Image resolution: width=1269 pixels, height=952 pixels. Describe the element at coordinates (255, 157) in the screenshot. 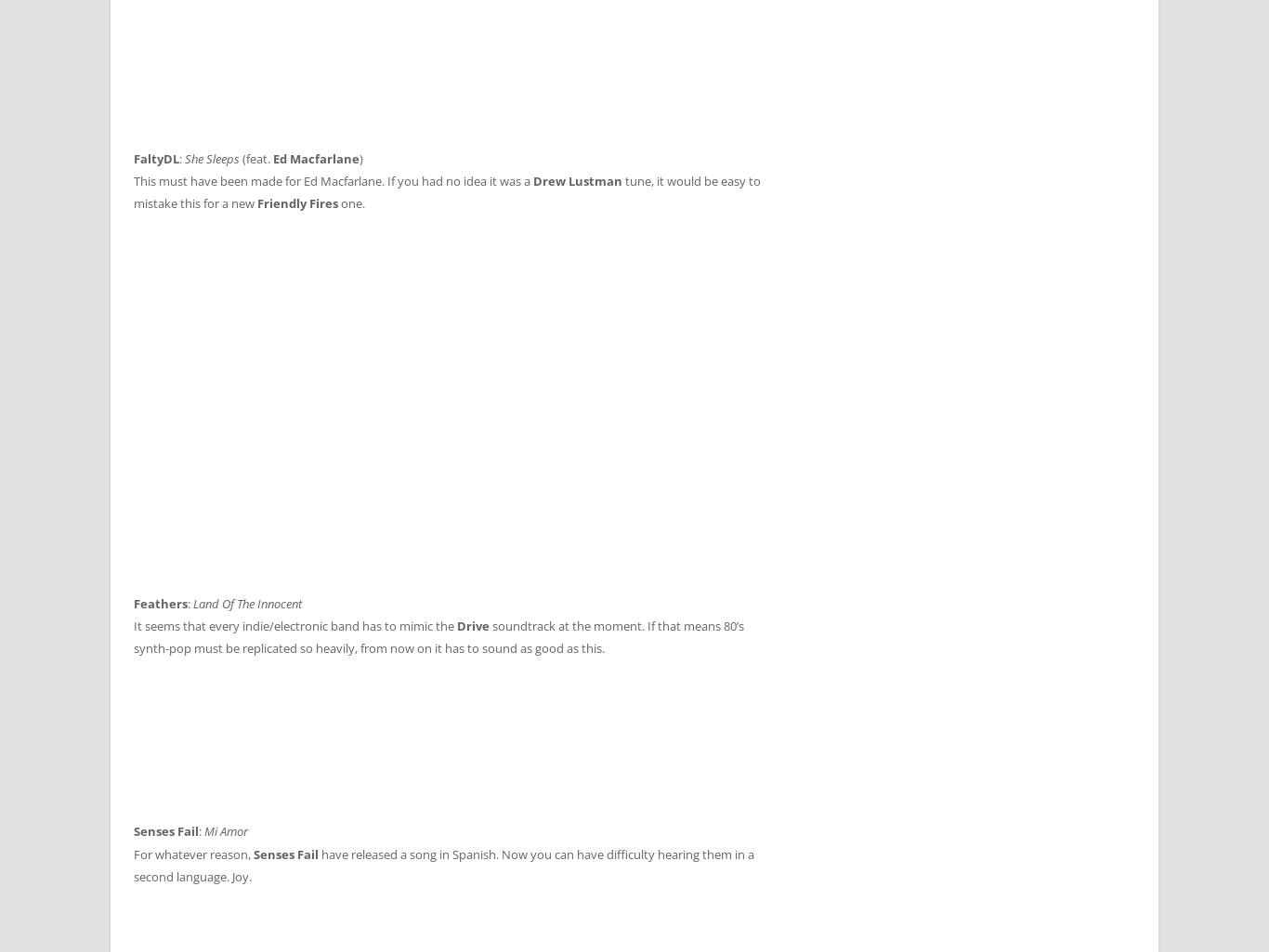

I see `'(feat.'` at that location.